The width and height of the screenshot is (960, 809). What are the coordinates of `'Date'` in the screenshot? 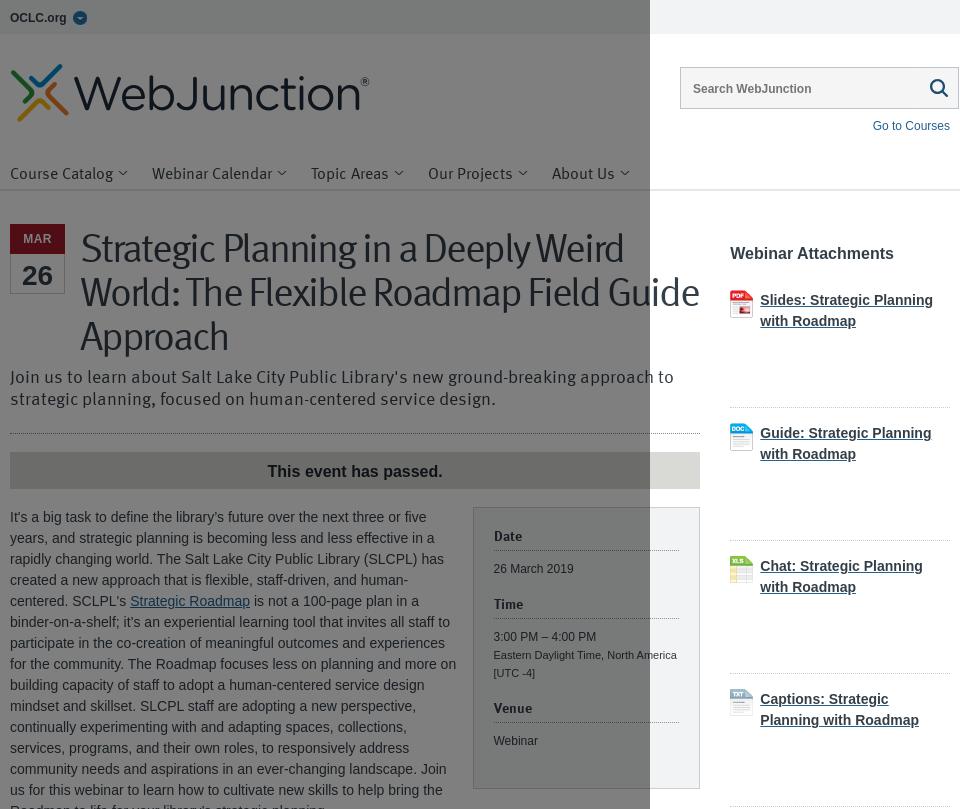 It's located at (505, 534).